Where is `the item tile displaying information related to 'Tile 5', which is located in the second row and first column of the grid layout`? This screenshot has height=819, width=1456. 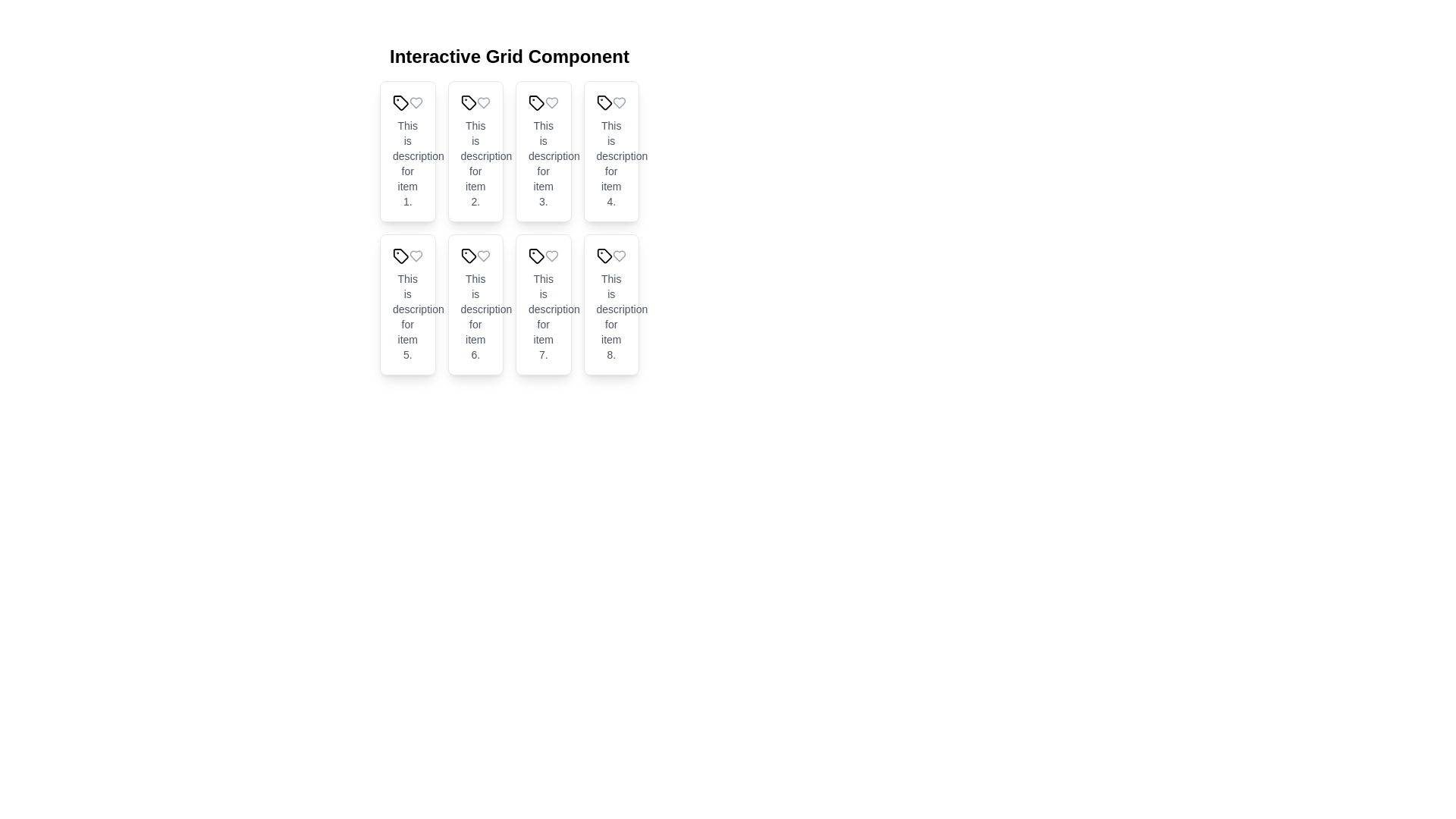
the item tile displaying information related to 'Tile 5', which is located in the second row and first column of the grid layout is located at coordinates (407, 304).